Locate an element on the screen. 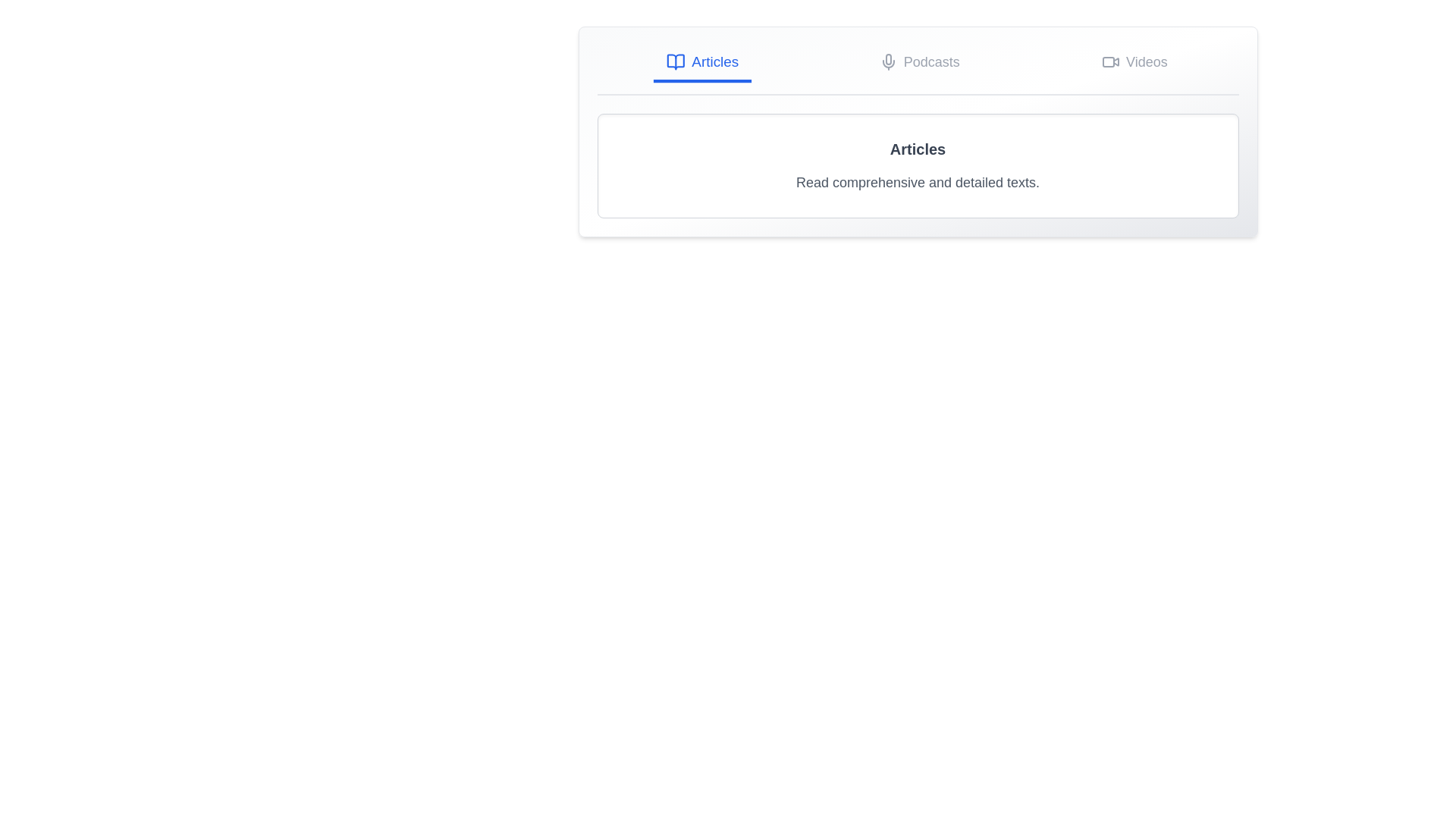  the Articles tab by clicking on its button is located at coordinates (701, 63).